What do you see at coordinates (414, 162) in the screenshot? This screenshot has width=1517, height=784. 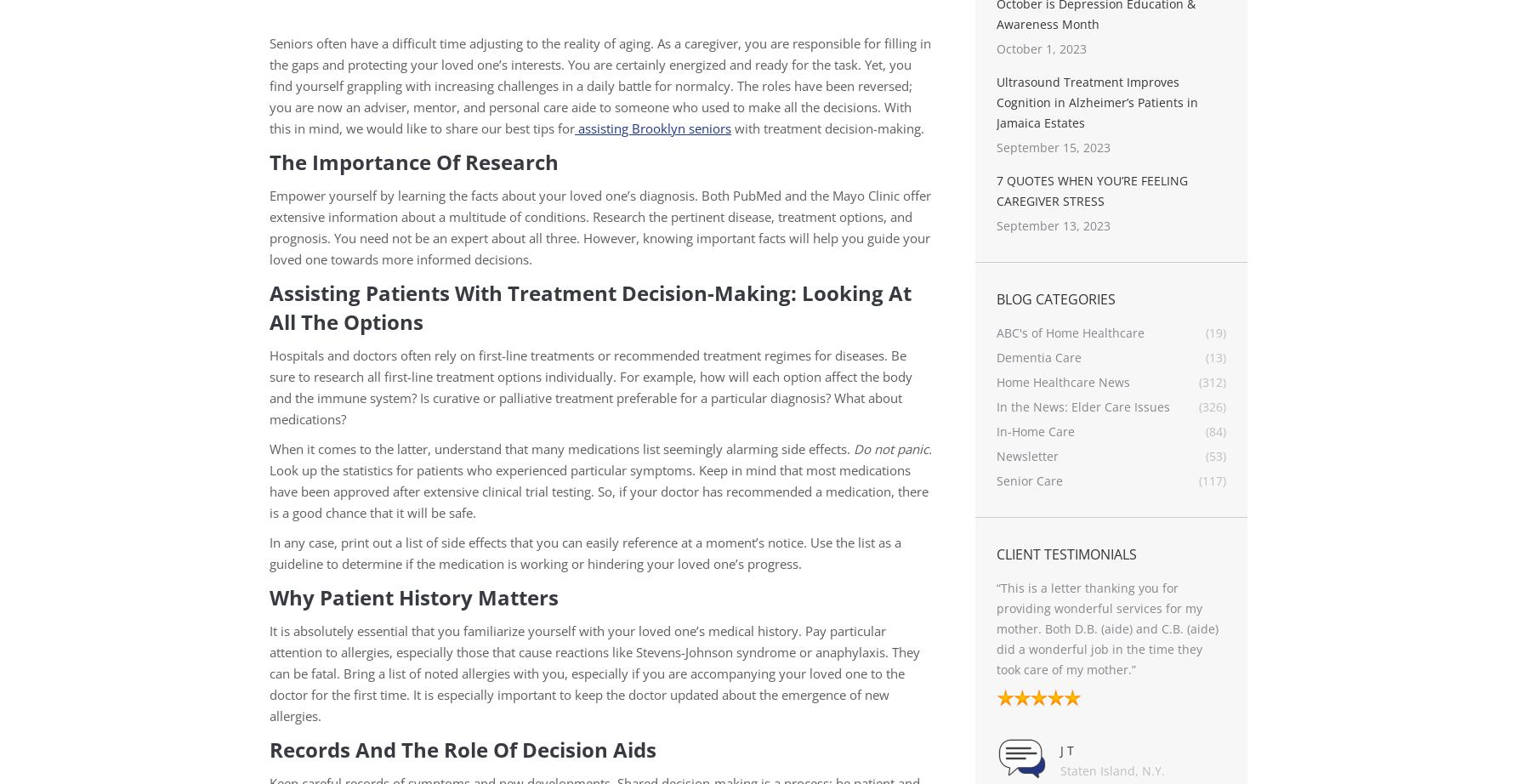 I see `'The Importance Of Research'` at bounding box center [414, 162].